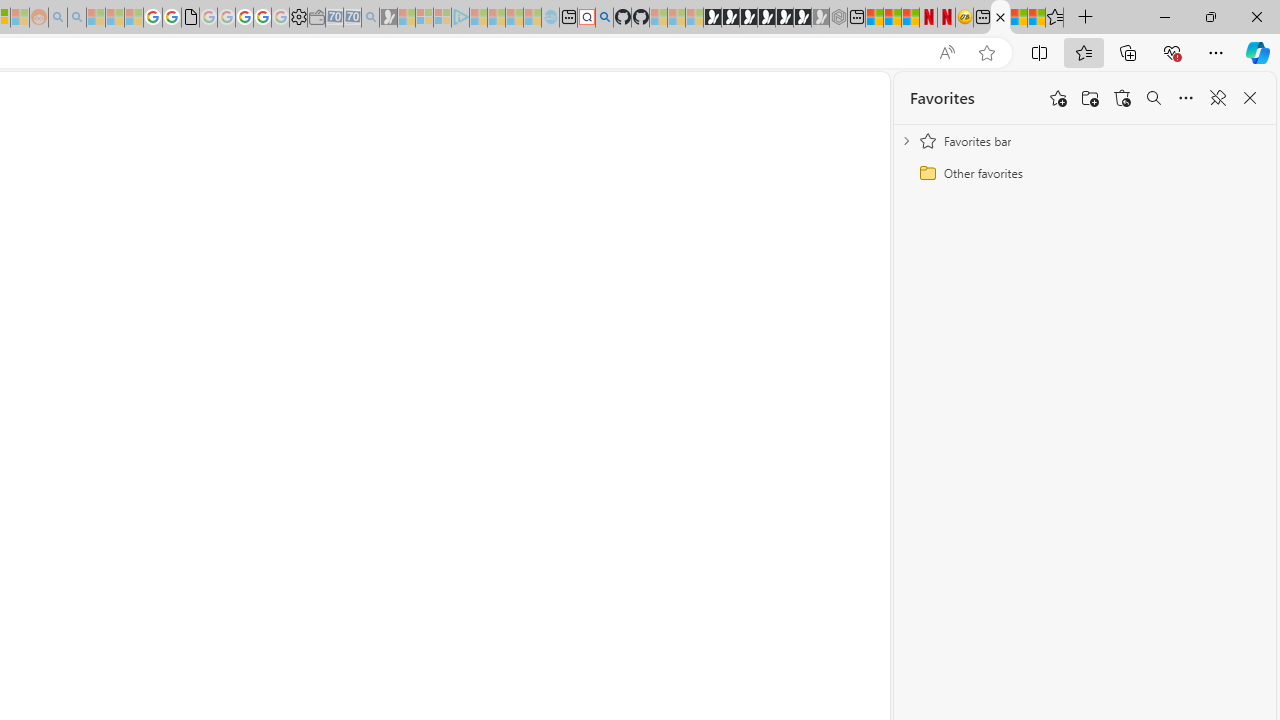 This screenshot has height=720, width=1280. I want to click on 'Add this page to favorites', so click(1057, 98).